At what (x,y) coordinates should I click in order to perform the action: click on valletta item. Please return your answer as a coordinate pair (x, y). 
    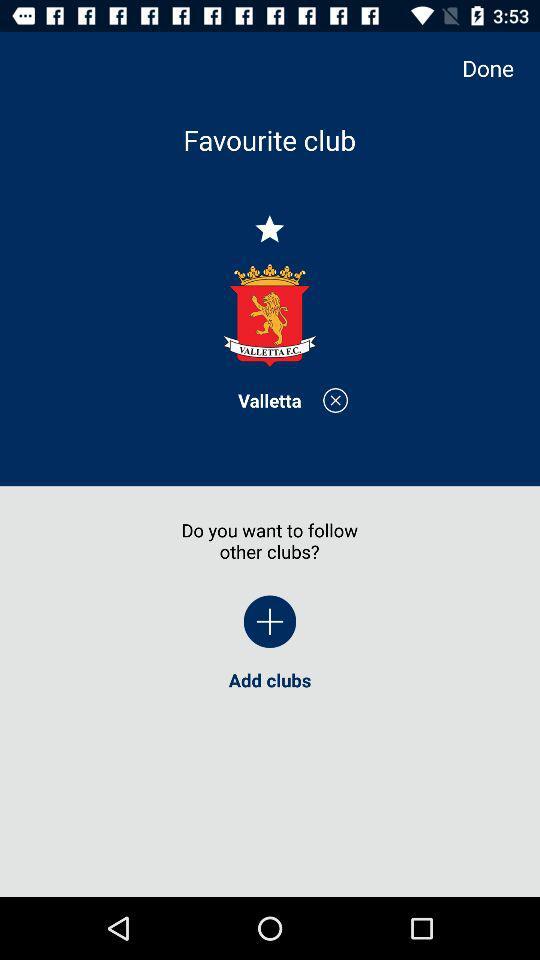
    Looking at the image, I should click on (269, 399).